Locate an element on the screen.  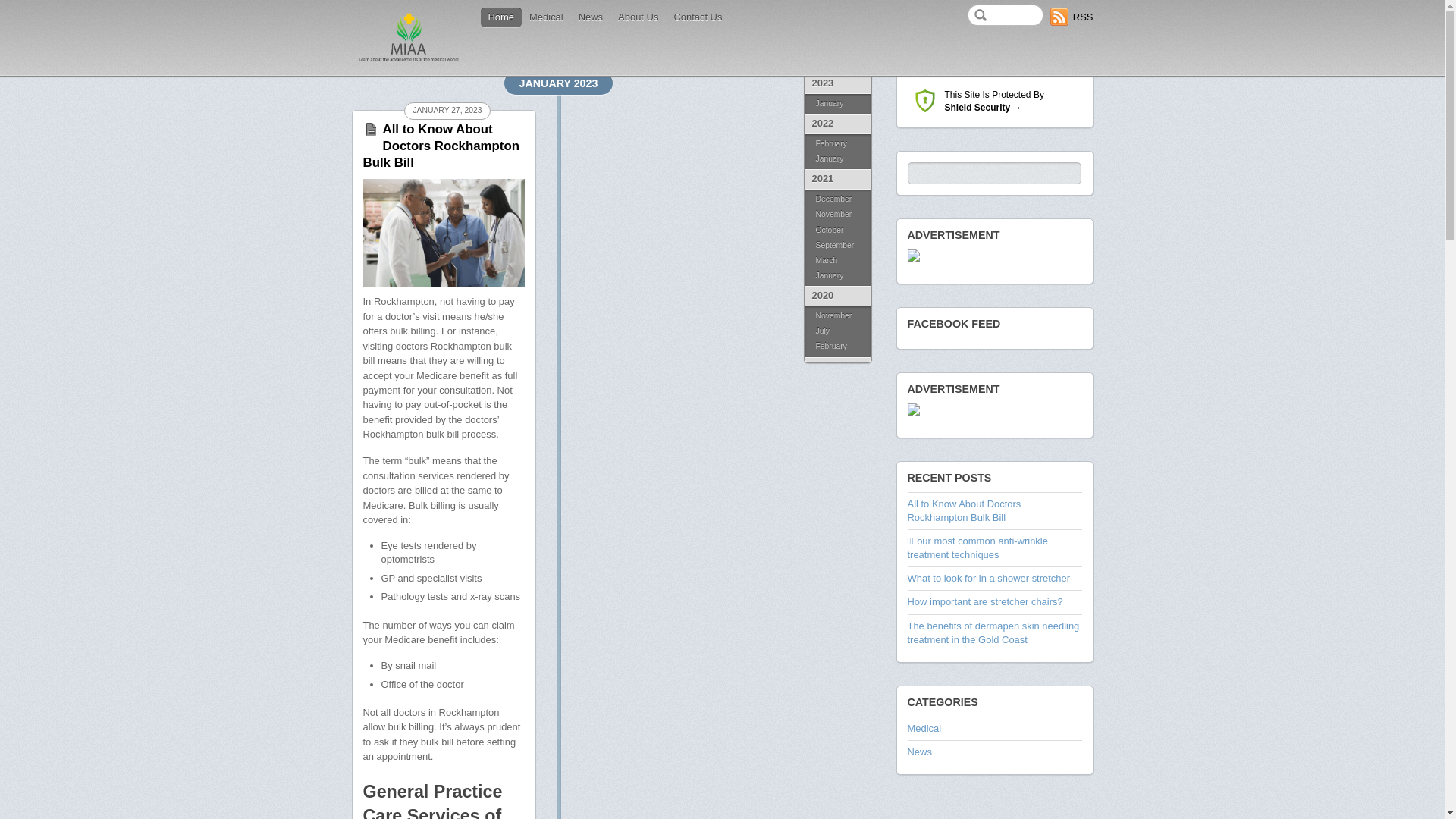
'2021' is located at coordinates (803, 178).